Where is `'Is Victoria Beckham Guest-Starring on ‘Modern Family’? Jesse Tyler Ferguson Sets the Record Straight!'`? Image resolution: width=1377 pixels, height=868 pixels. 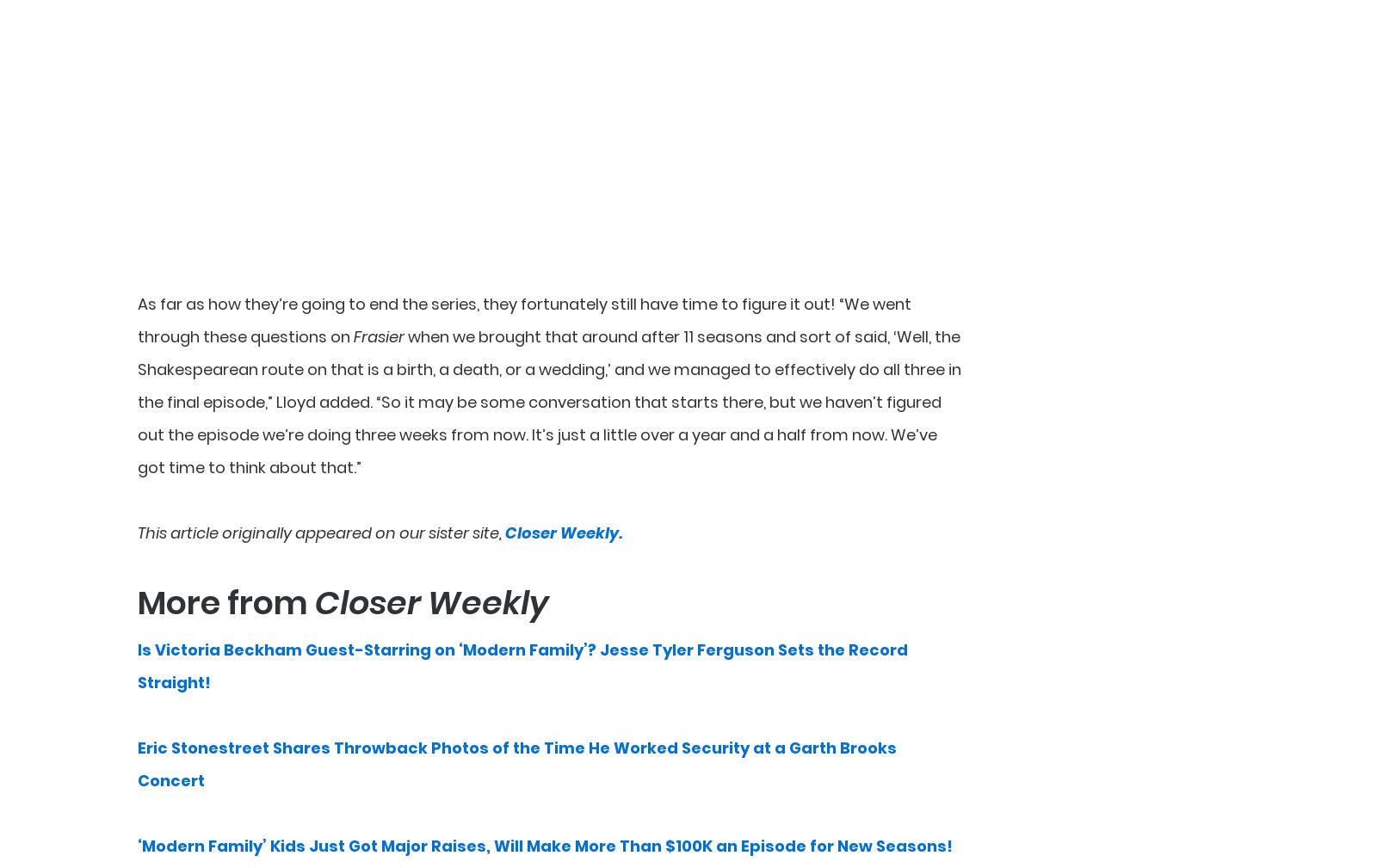 'Is Victoria Beckham Guest-Starring on ‘Modern Family’? Jesse Tyler Ferguson Sets the Record Straight!' is located at coordinates (522, 666).